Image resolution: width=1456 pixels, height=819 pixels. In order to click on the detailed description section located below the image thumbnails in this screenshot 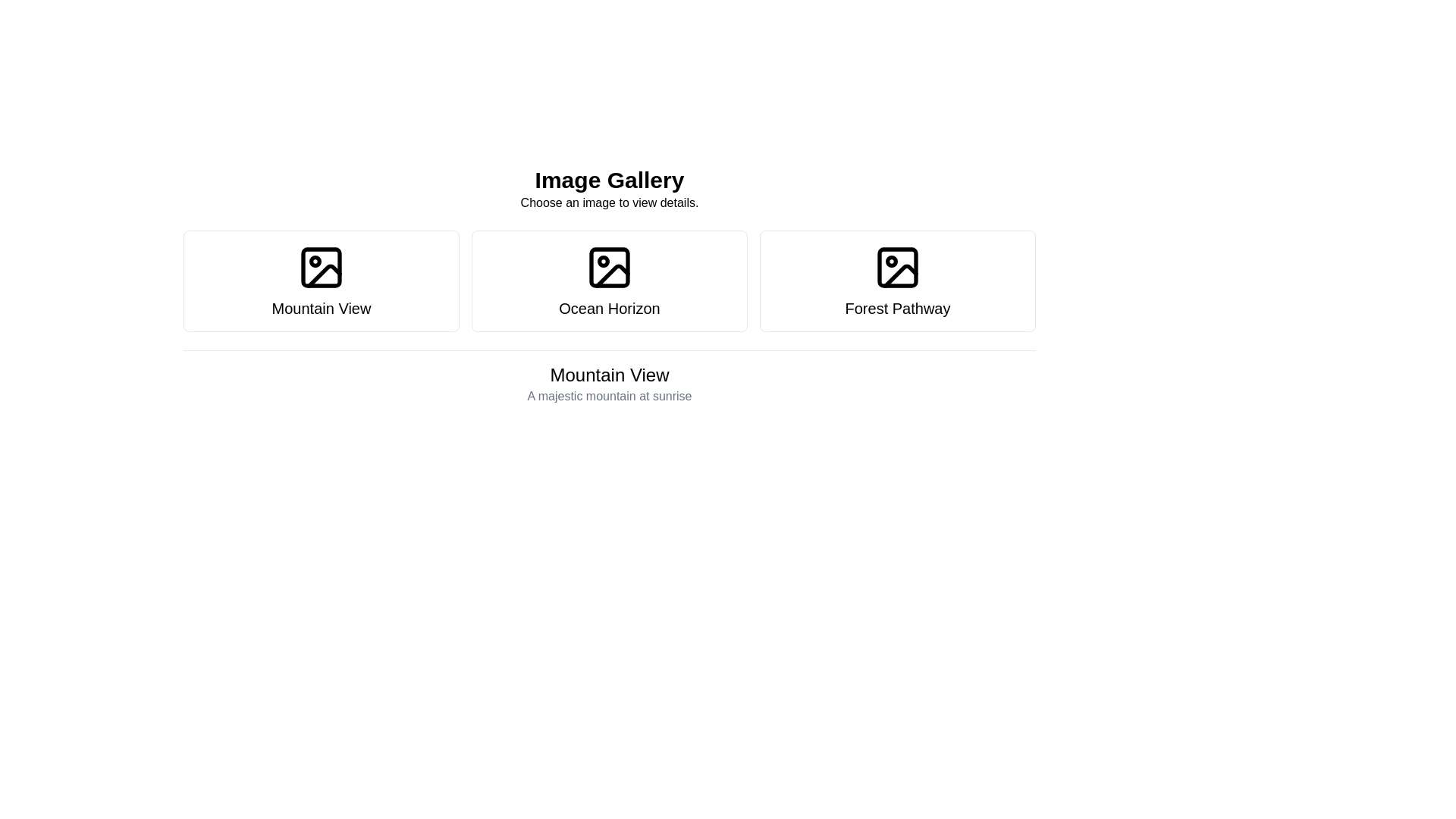, I will do `click(610, 383)`.